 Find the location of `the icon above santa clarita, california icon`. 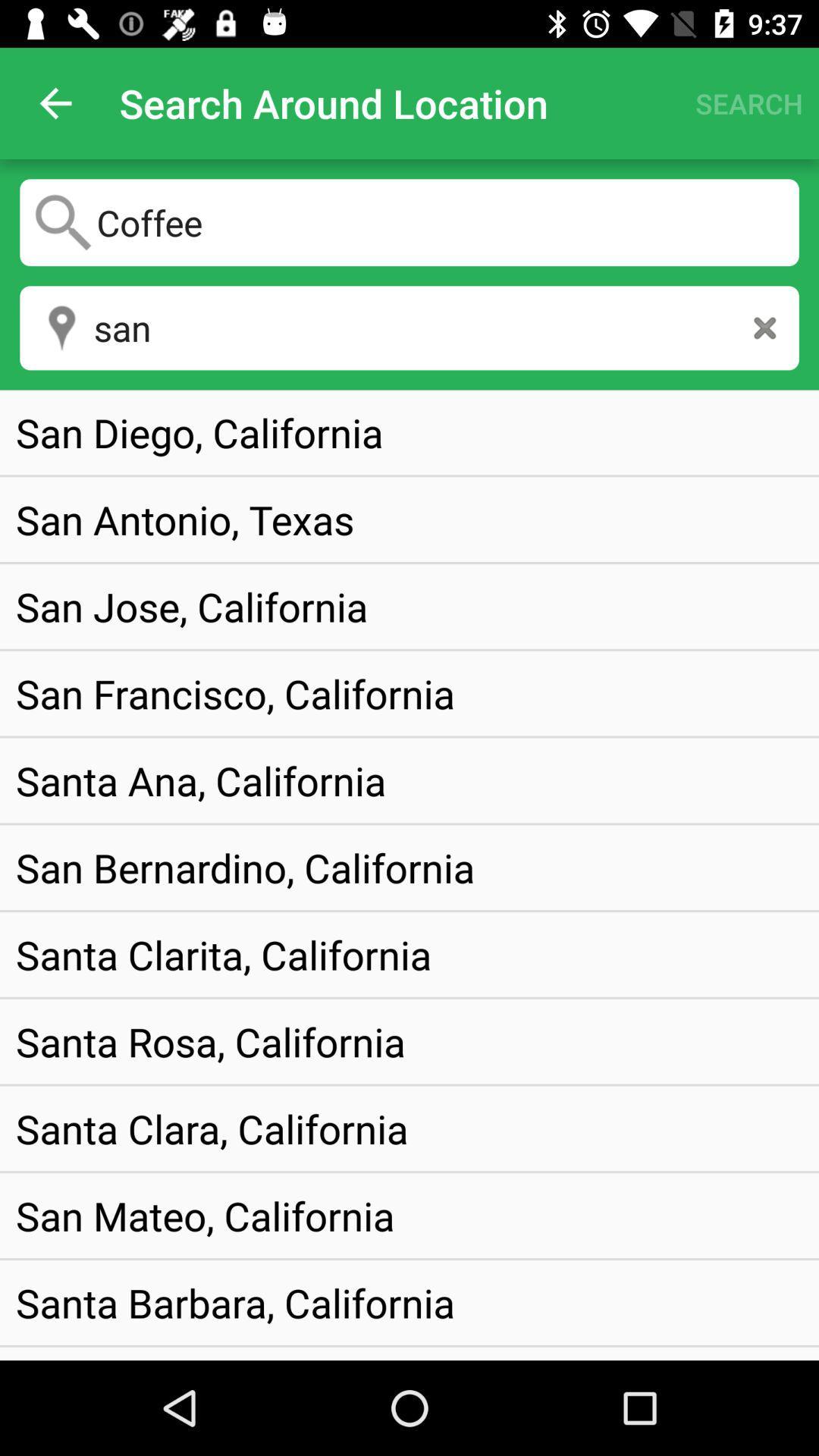

the icon above santa clarita, california icon is located at coordinates (244, 868).